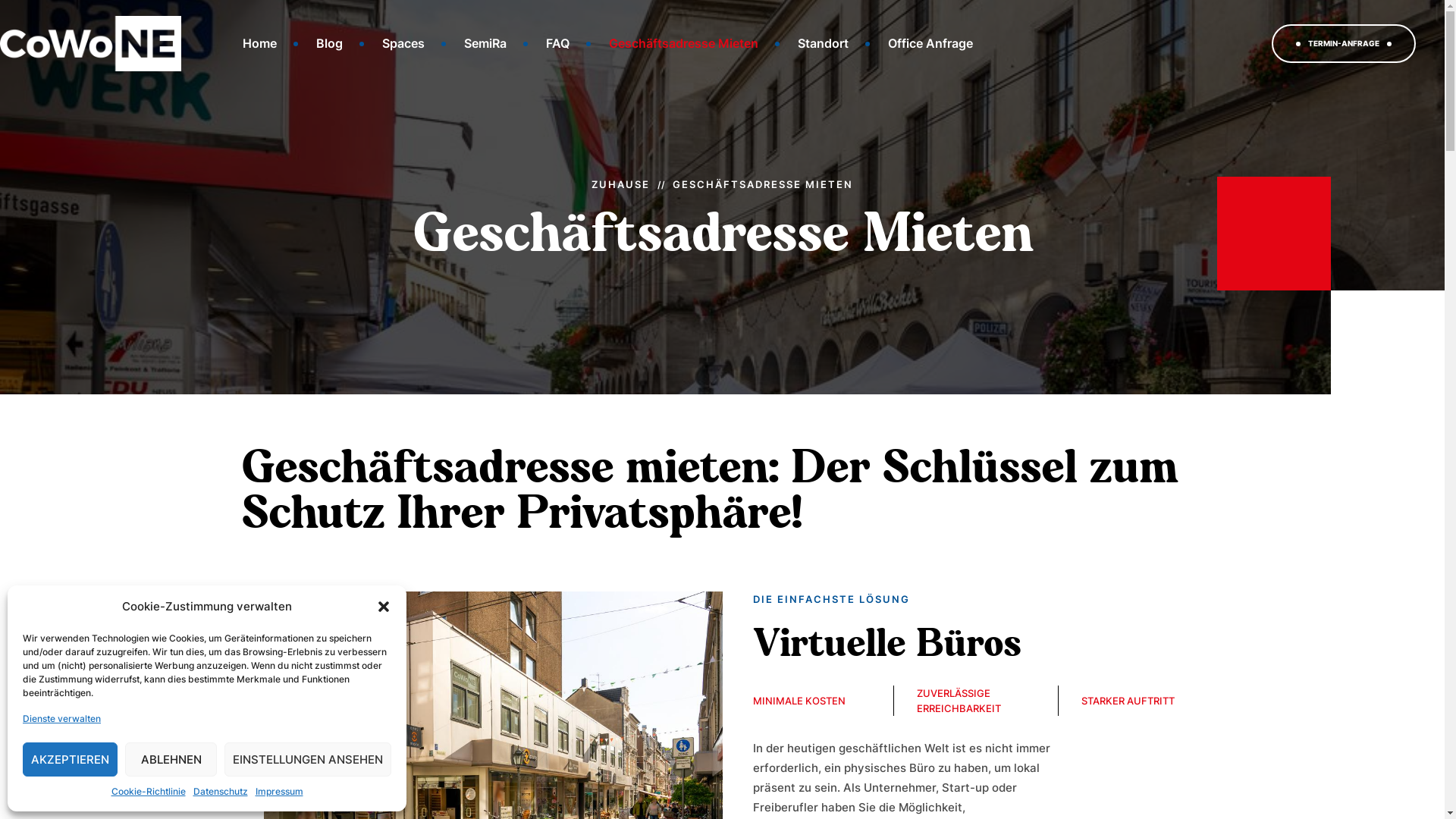  What do you see at coordinates (328, 42) in the screenshot?
I see `'Blog'` at bounding box center [328, 42].